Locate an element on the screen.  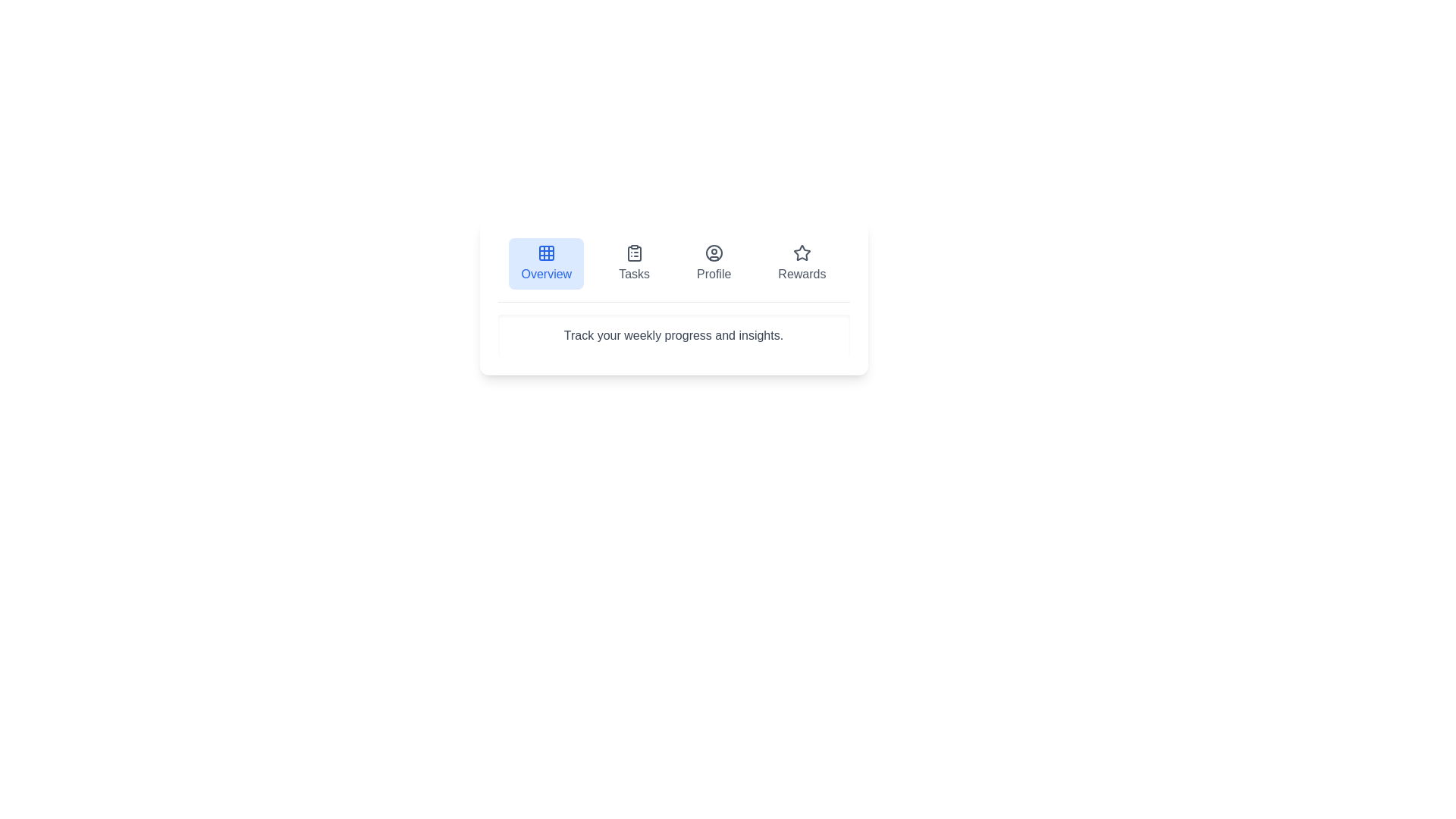
the Profile icon component located in the second segment of a four-icon navigation bar, which is the third icon from the left, for navigation is located at coordinates (713, 253).